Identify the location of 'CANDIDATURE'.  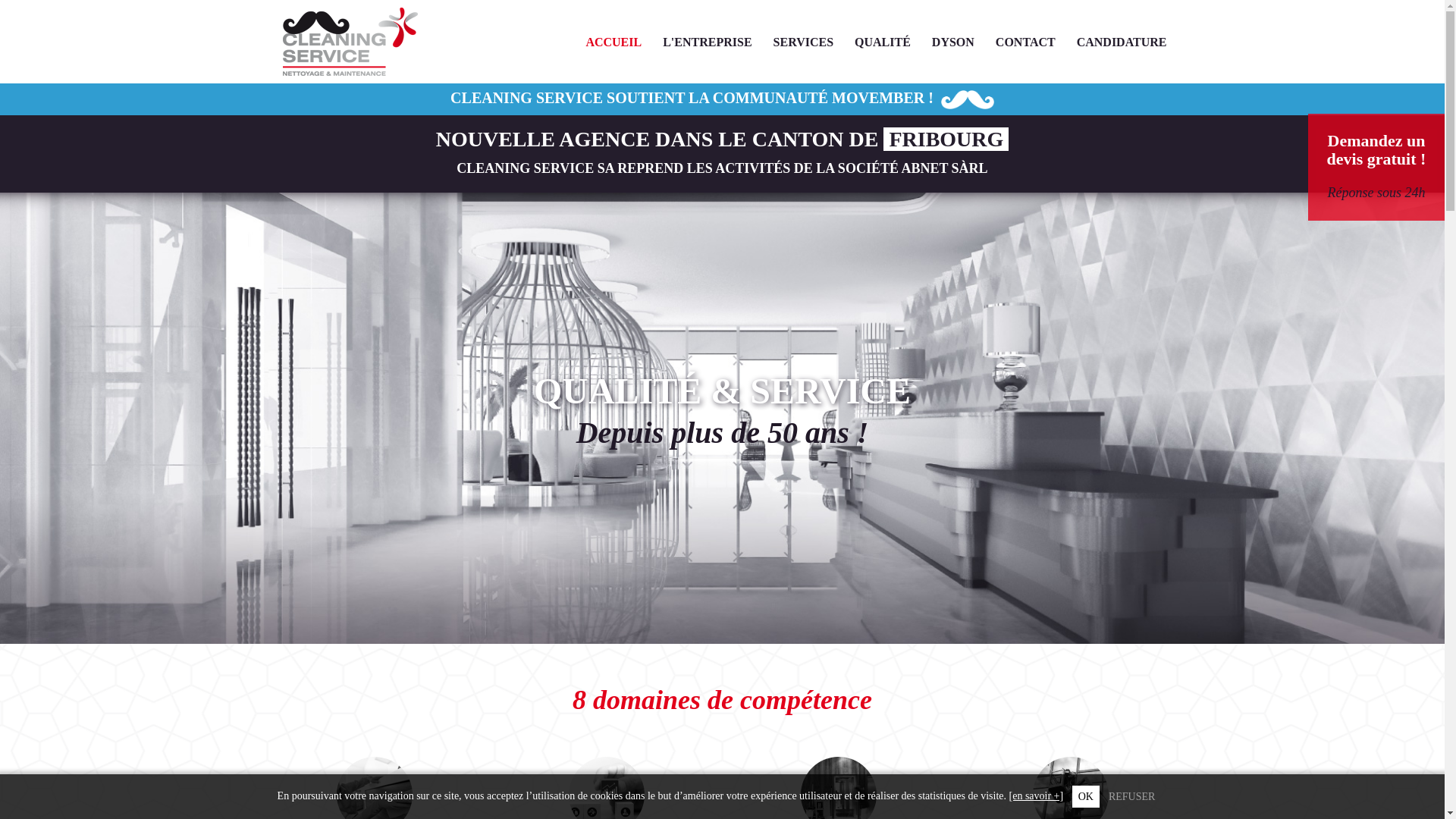
(1066, 42).